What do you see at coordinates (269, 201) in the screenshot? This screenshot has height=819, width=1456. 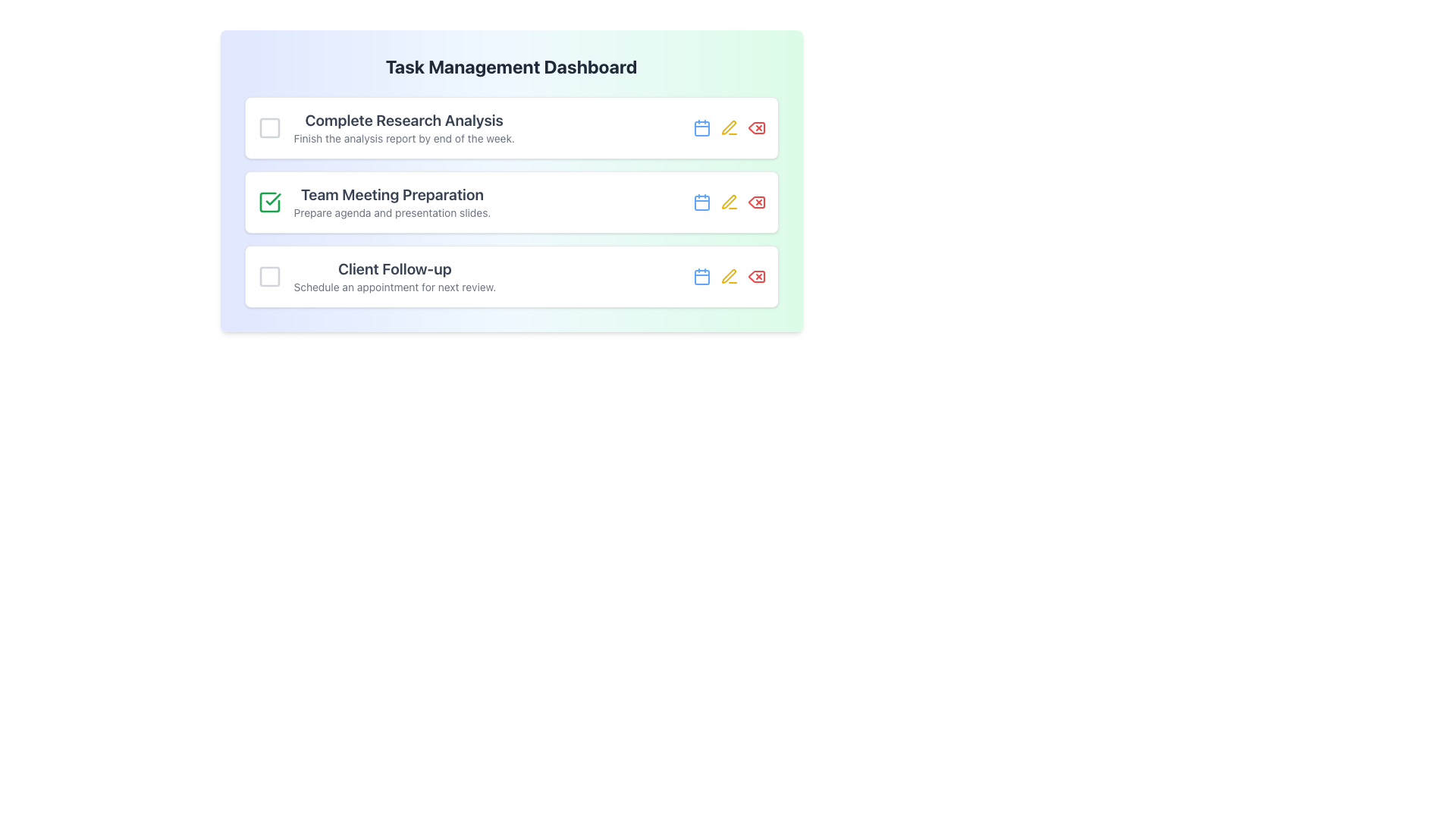 I see `the green square with rounded corners in the checklist interface that marks the 'Team Meeting Preparation' task as completed or selected` at bounding box center [269, 201].